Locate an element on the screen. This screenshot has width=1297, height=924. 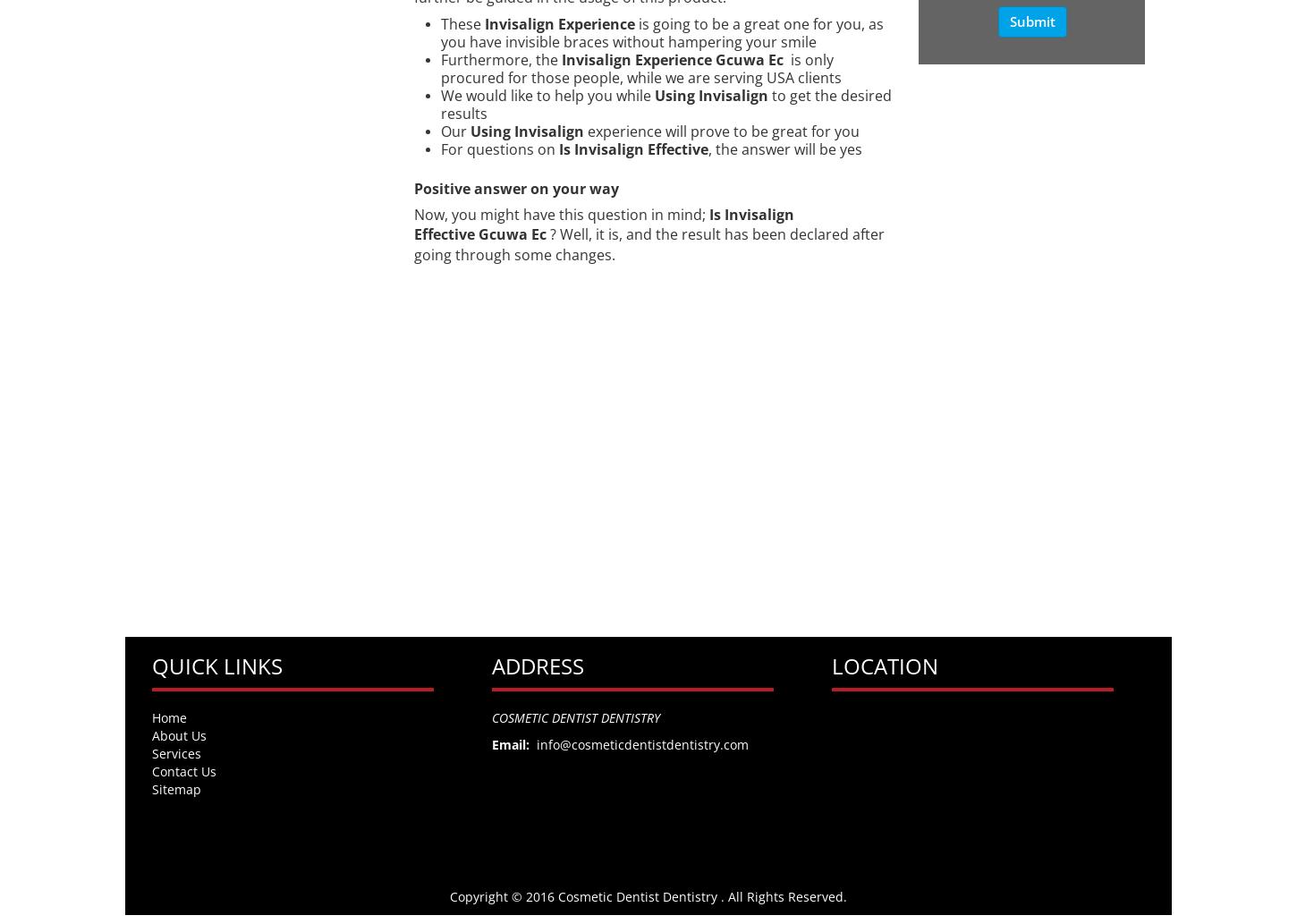
'Home' is located at coordinates (150, 716).